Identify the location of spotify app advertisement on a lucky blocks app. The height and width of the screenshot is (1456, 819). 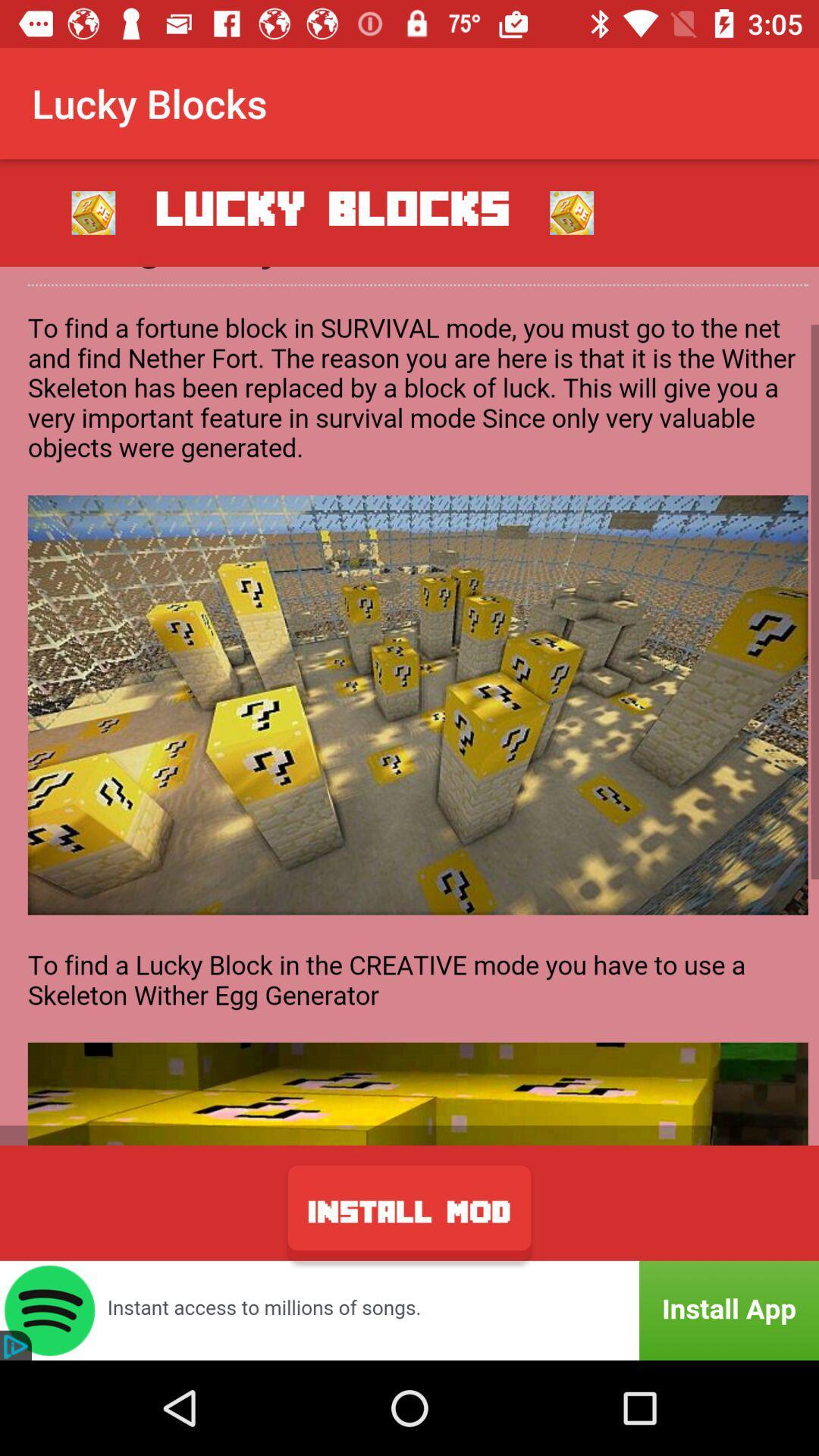
(409, 1310).